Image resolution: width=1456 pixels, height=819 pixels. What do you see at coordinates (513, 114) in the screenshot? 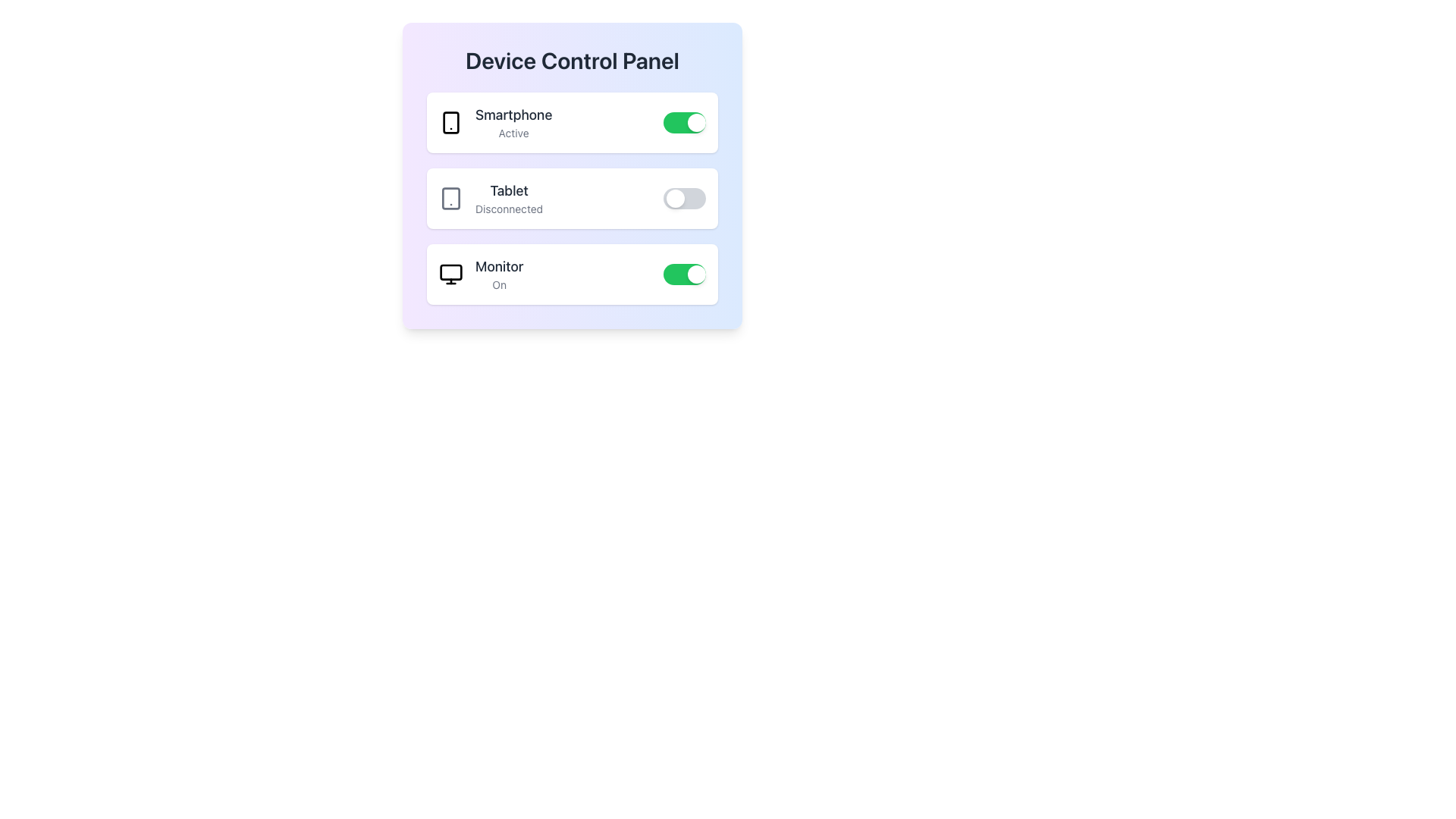
I see `the text label displaying 'Smartphone', which is styled in bold dark gray font and located in the Device Control Panel above the 'Active' text` at bounding box center [513, 114].